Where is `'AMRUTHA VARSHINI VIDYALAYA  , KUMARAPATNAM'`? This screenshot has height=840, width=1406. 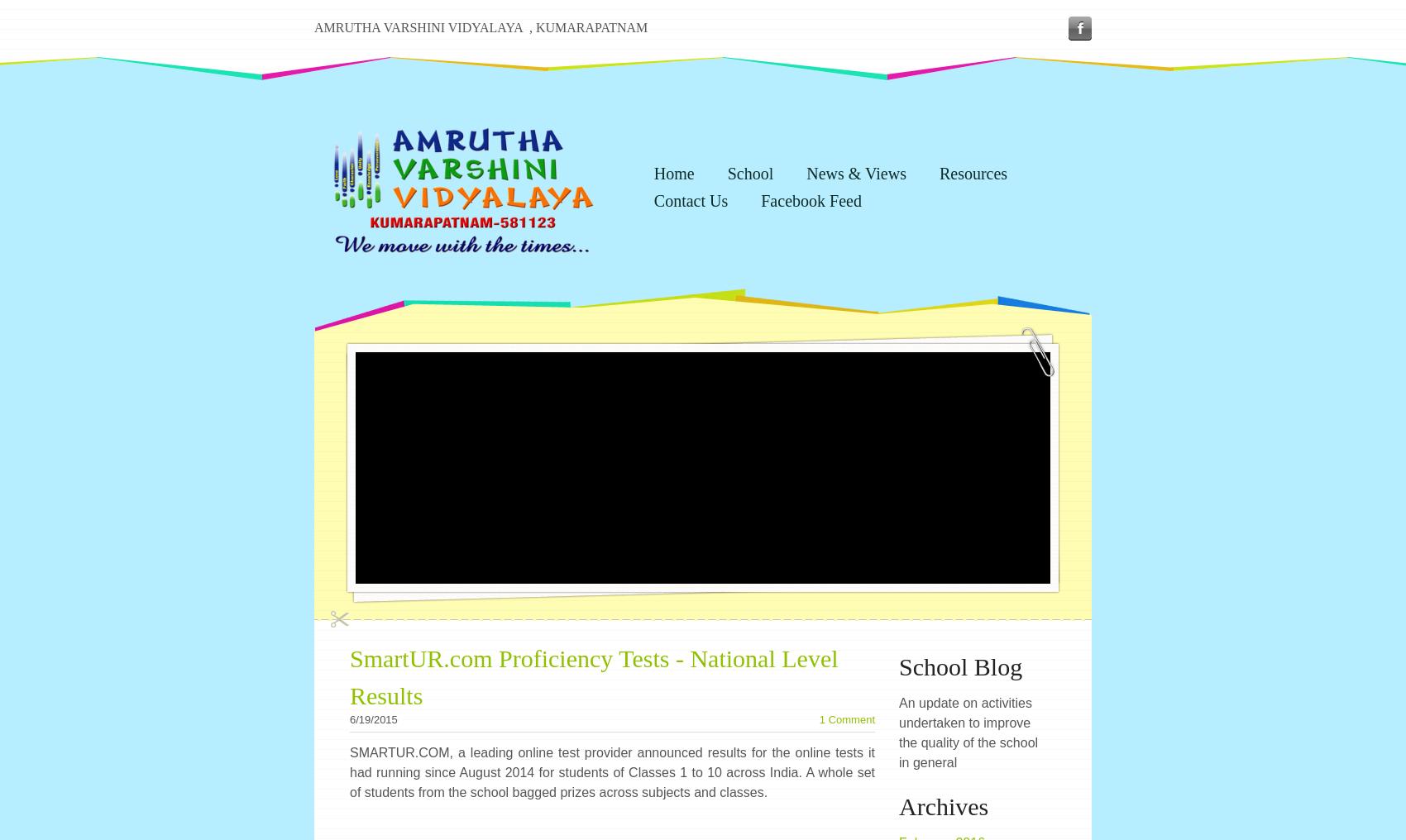 'AMRUTHA VARSHINI VIDYALAYA  , KUMARAPATNAM' is located at coordinates (480, 26).